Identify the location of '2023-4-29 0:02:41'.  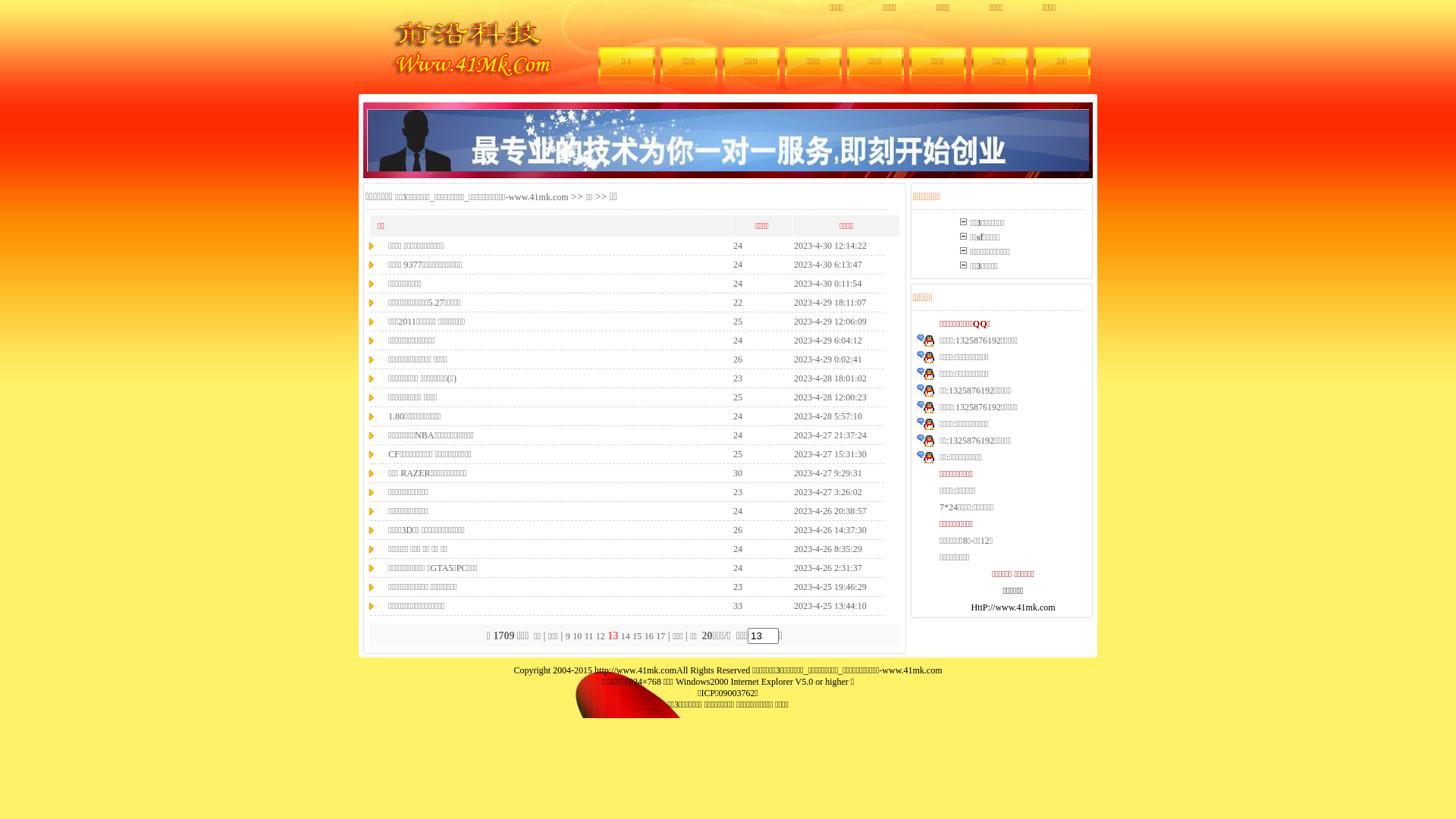
(792, 359).